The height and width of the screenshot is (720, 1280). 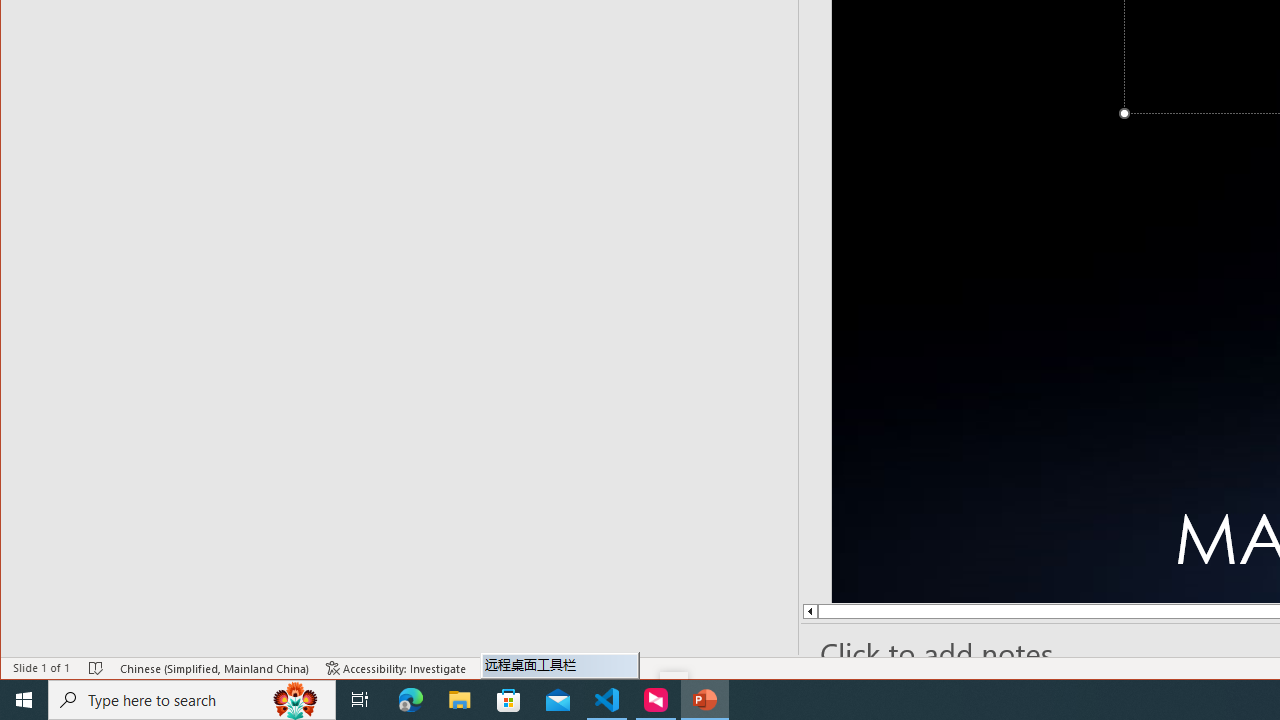 I want to click on 'Type here to search', so click(x=192, y=698).